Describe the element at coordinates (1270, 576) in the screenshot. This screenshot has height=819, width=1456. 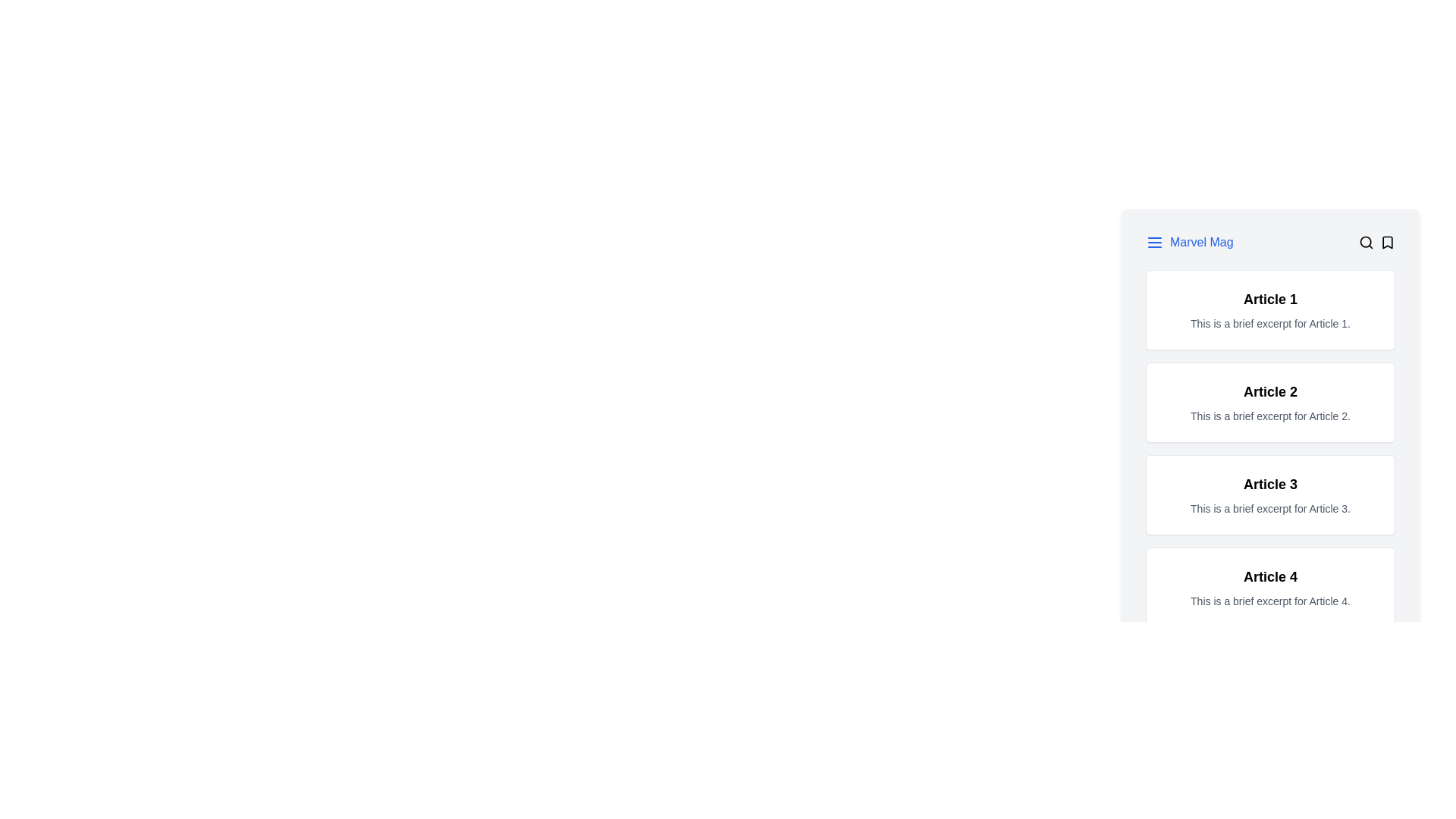
I see `text 'Article 4' from the heading in the fourth card-like layout group located near the bottom of the visible list` at that location.